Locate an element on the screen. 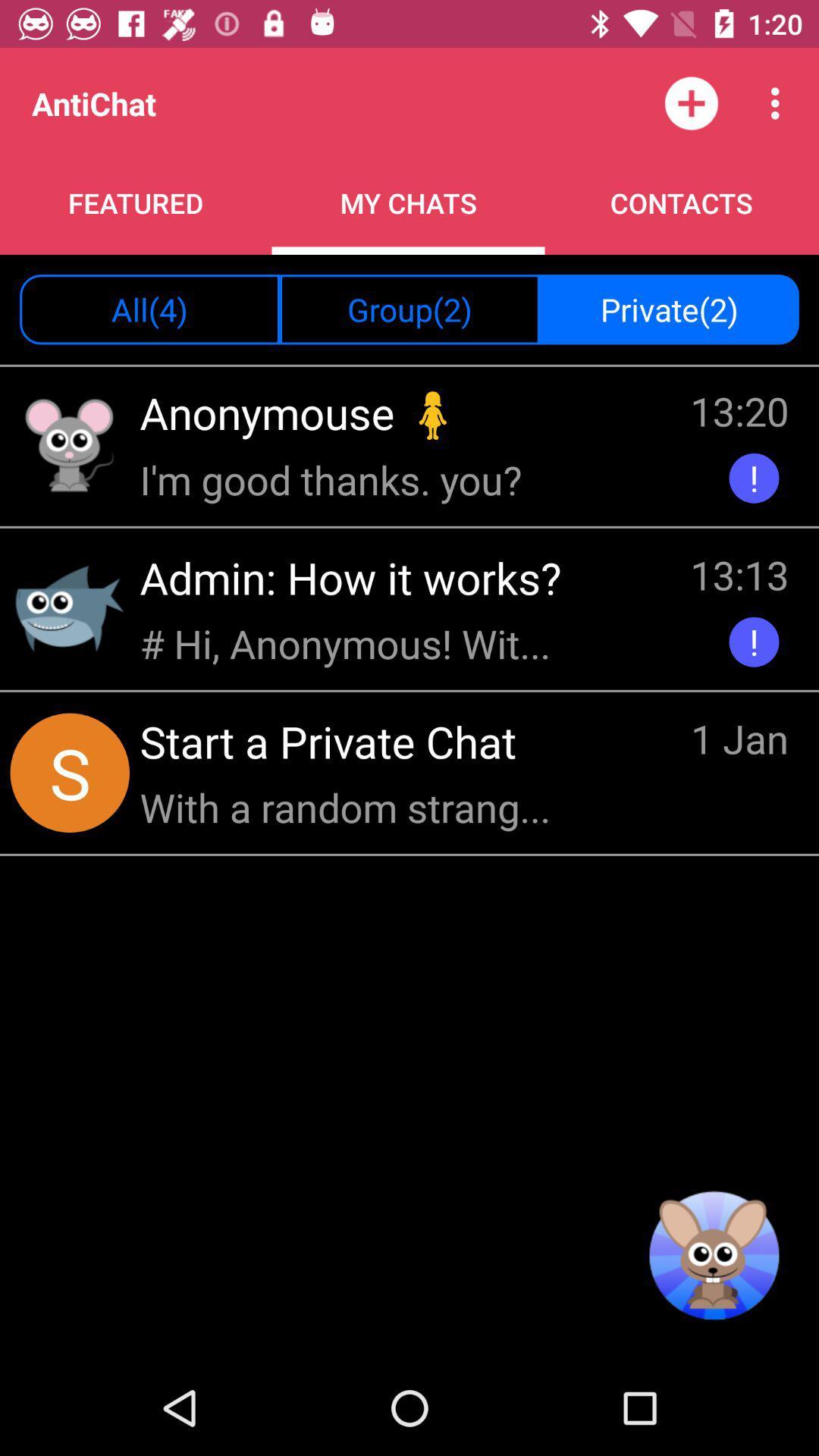 This screenshot has height=1456, width=819. the icon to the right of with a random icon is located at coordinates (739, 741).